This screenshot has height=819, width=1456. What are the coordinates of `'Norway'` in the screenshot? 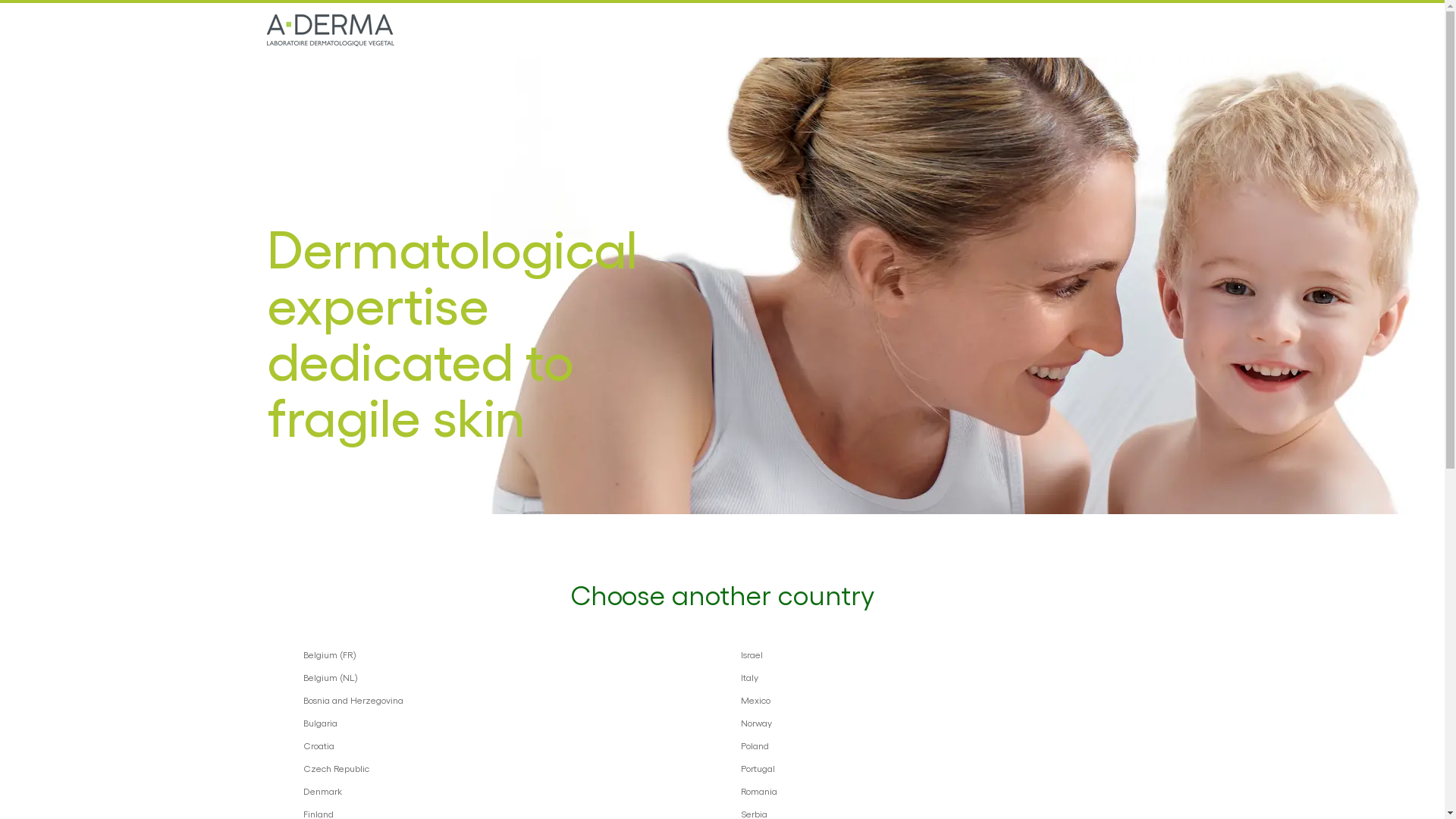 It's located at (940, 721).